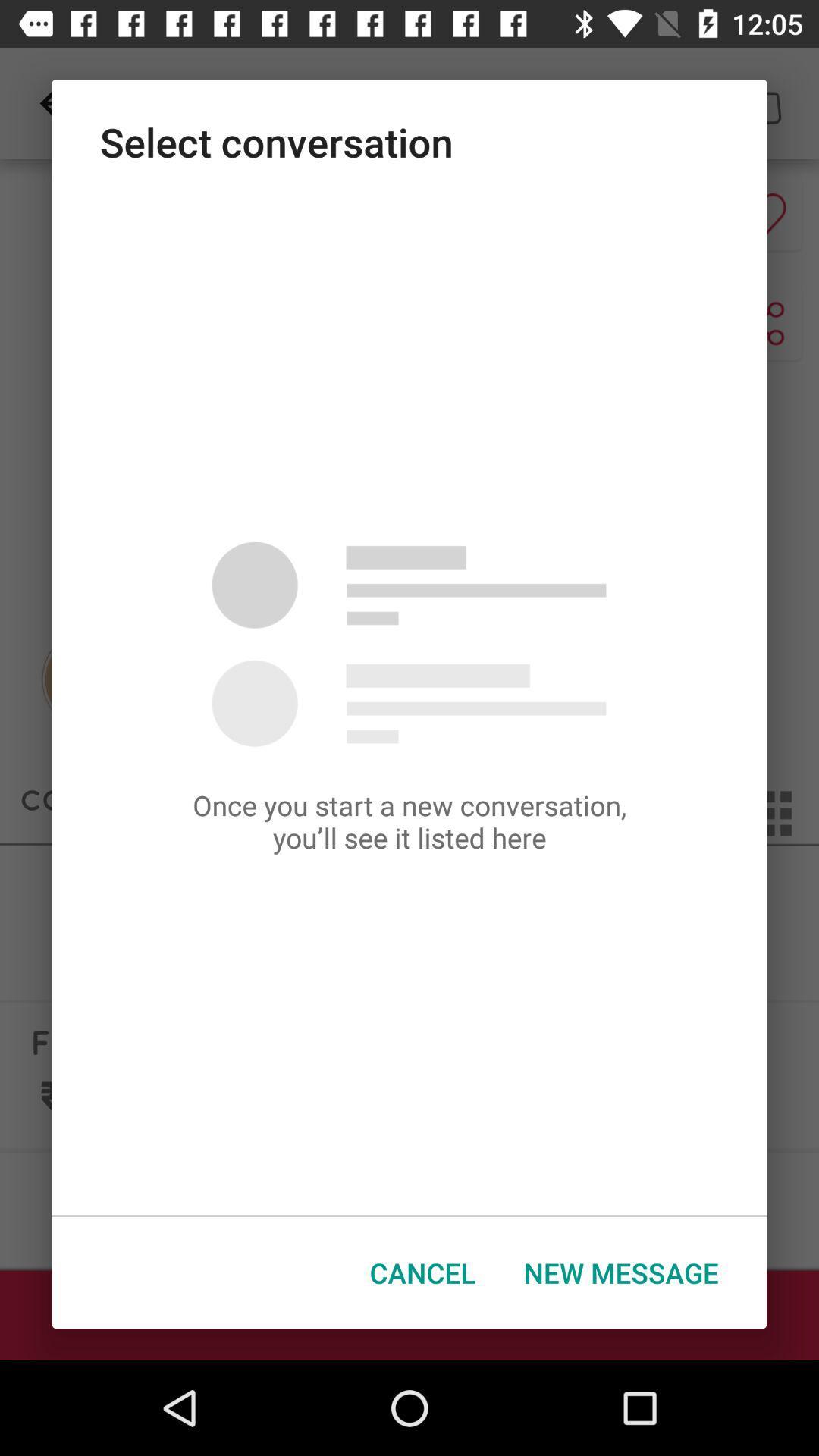 This screenshot has height=1456, width=819. Describe the element at coordinates (422, 1272) in the screenshot. I see `the button next to new message icon` at that location.